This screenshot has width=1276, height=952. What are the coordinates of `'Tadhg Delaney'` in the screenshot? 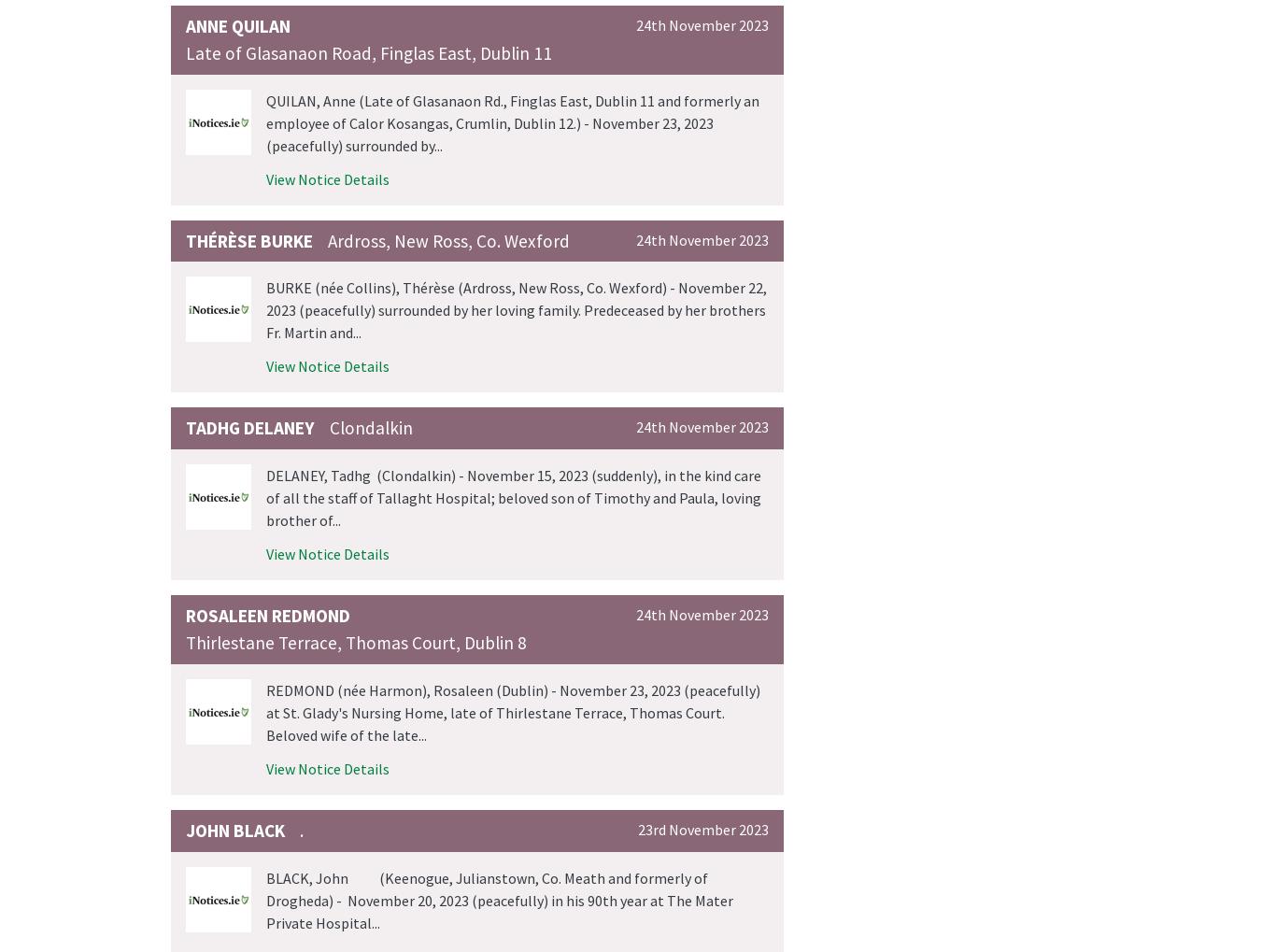 It's located at (250, 428).